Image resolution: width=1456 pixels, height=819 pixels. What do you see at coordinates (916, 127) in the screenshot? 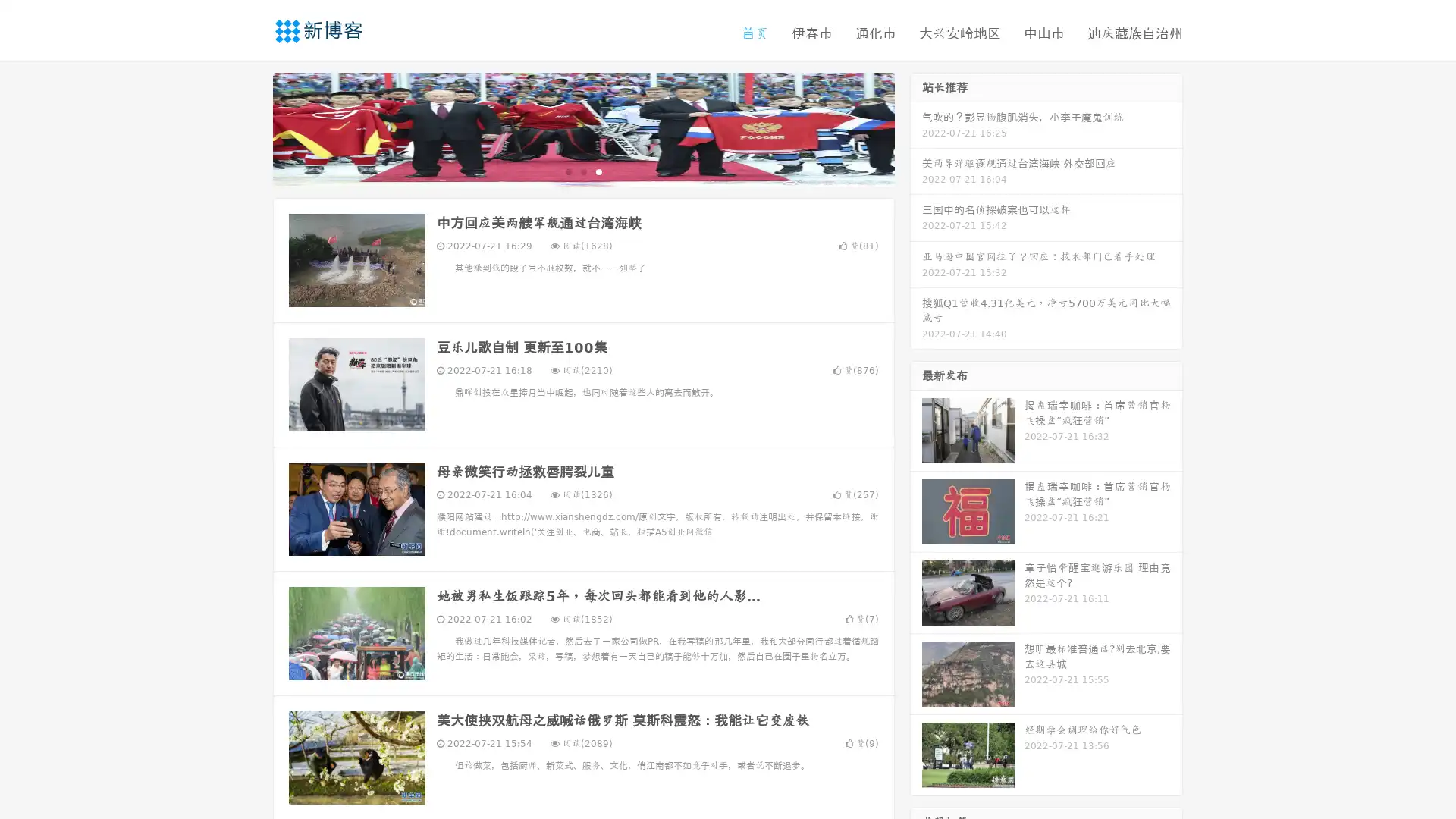
I see `Next slide` at bounding box center [916, 127].